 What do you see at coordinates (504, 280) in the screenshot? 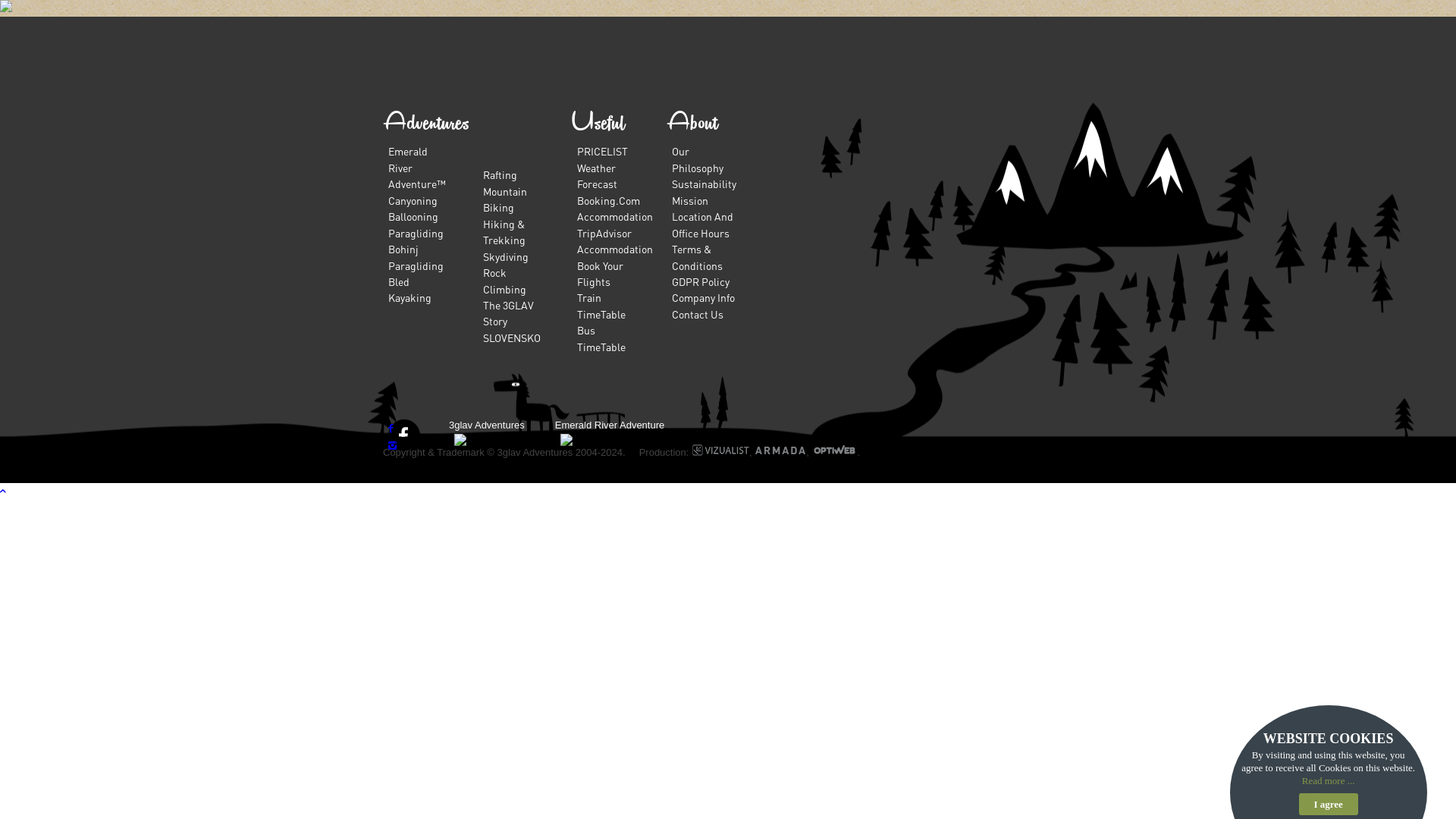
I see `'Rock Climbing'` at bounding box center [504, 280].